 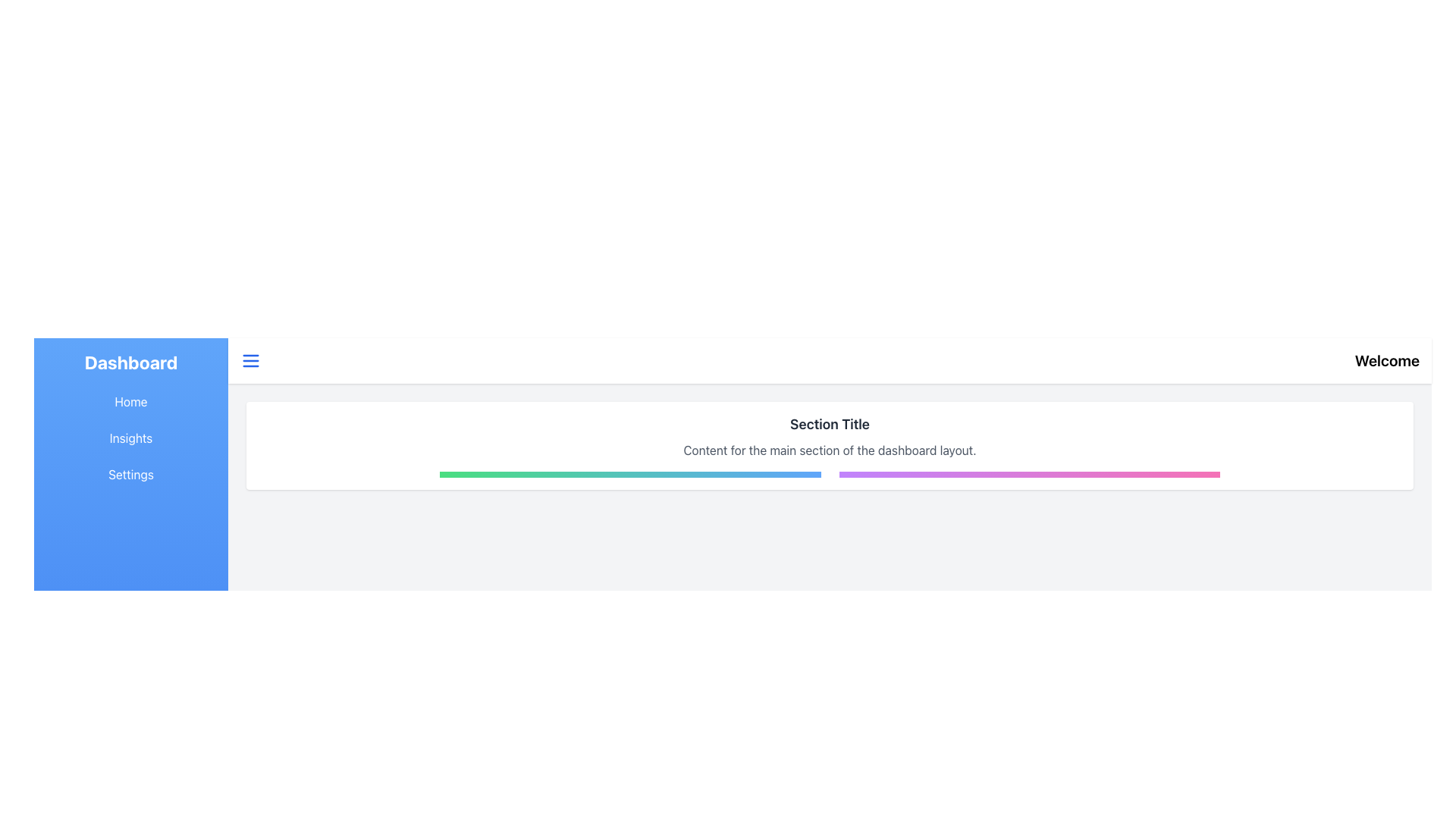 What do you see at coordinates (251, 360) in the screenshot?
I see `the blue menu icon button with three horizontal lines located at the top left corner of the page` at bounding box center [251, 360].